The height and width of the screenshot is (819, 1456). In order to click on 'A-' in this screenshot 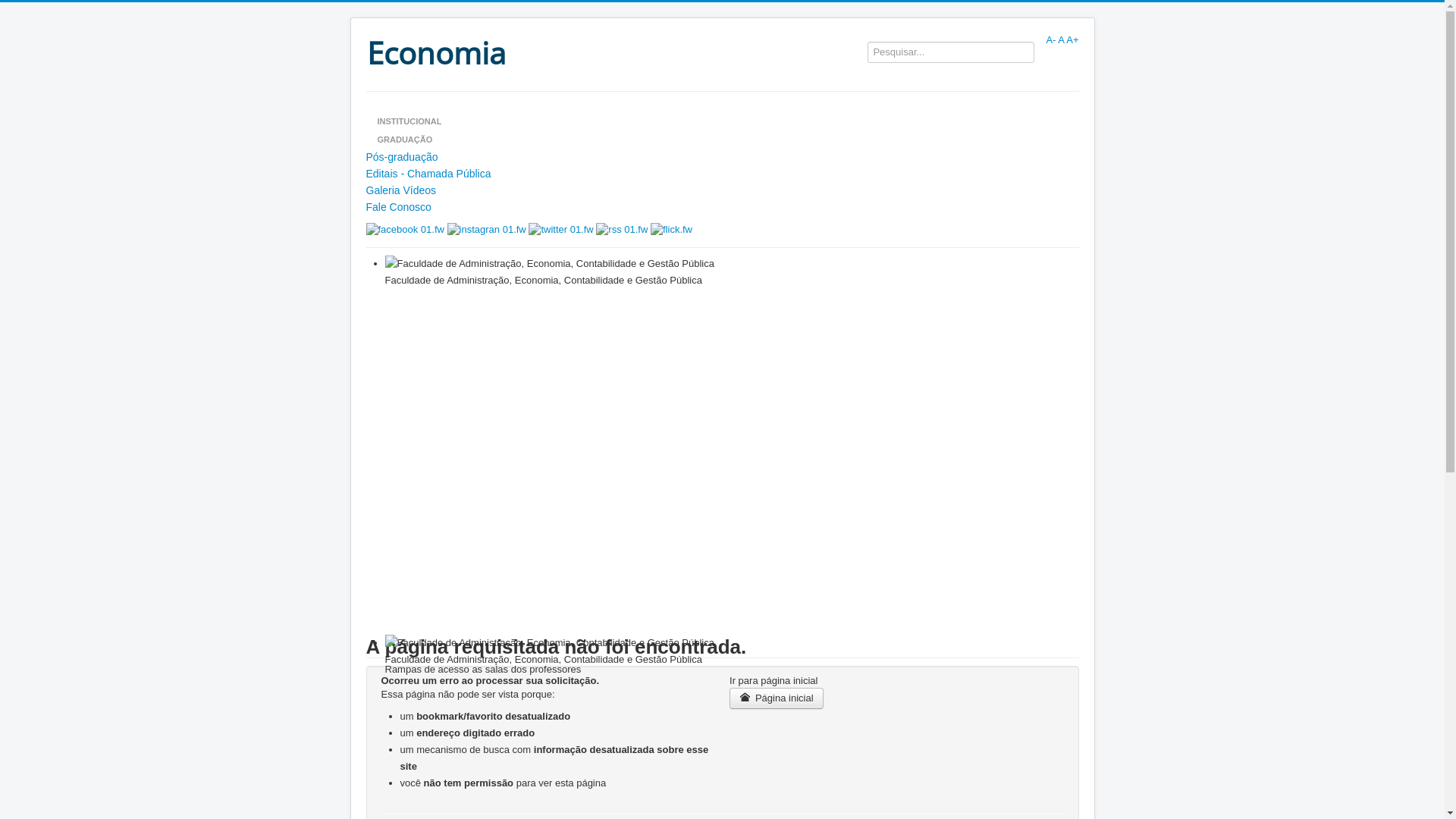, I will do `click(1050, 39)`.